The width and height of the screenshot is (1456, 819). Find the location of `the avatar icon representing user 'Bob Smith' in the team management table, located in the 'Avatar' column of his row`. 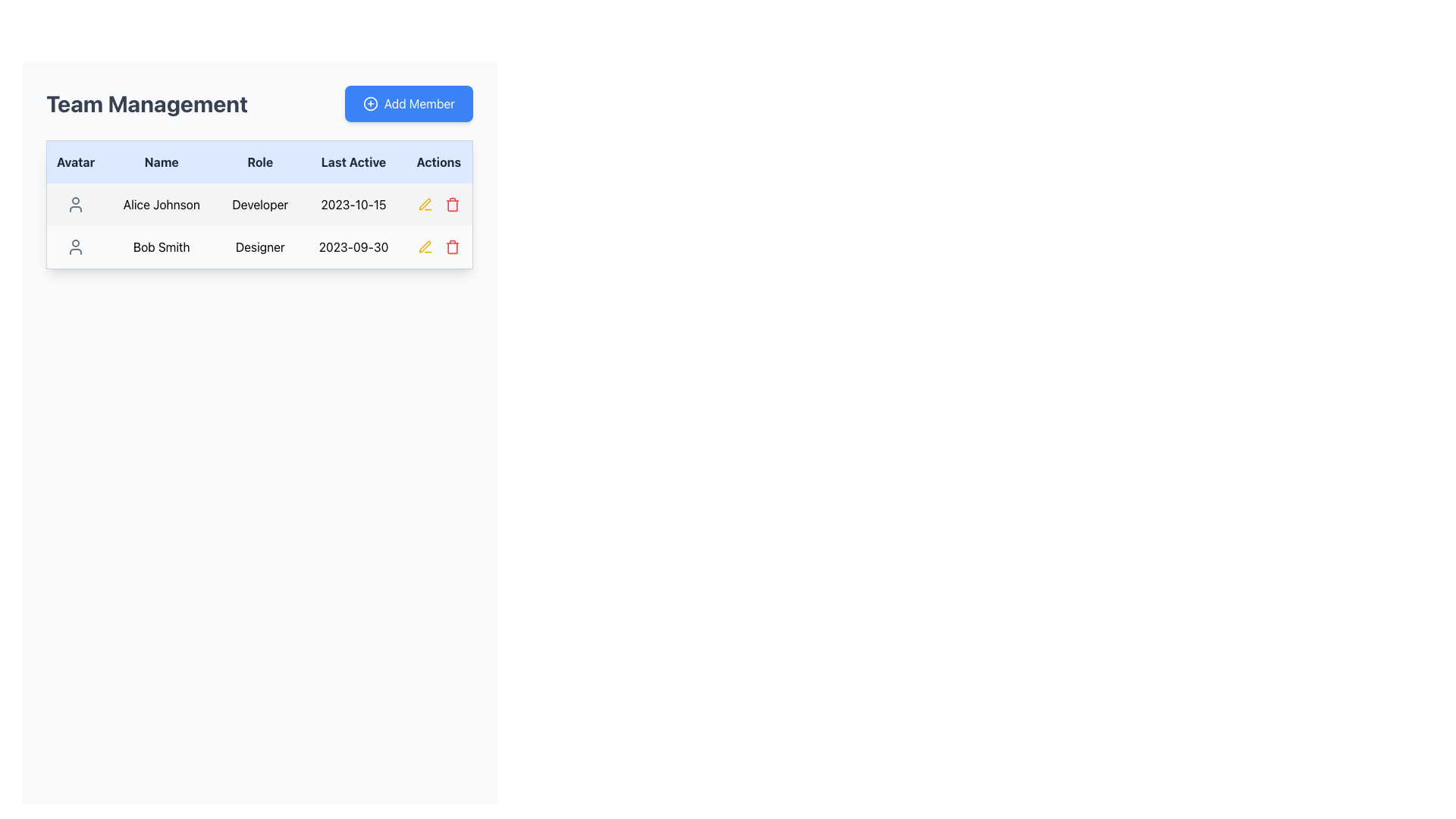

the avatar icon representing user 'Bob Smith' in the team management table, located in the 'Avatar' column of his row is located at coordinates (74, 246).